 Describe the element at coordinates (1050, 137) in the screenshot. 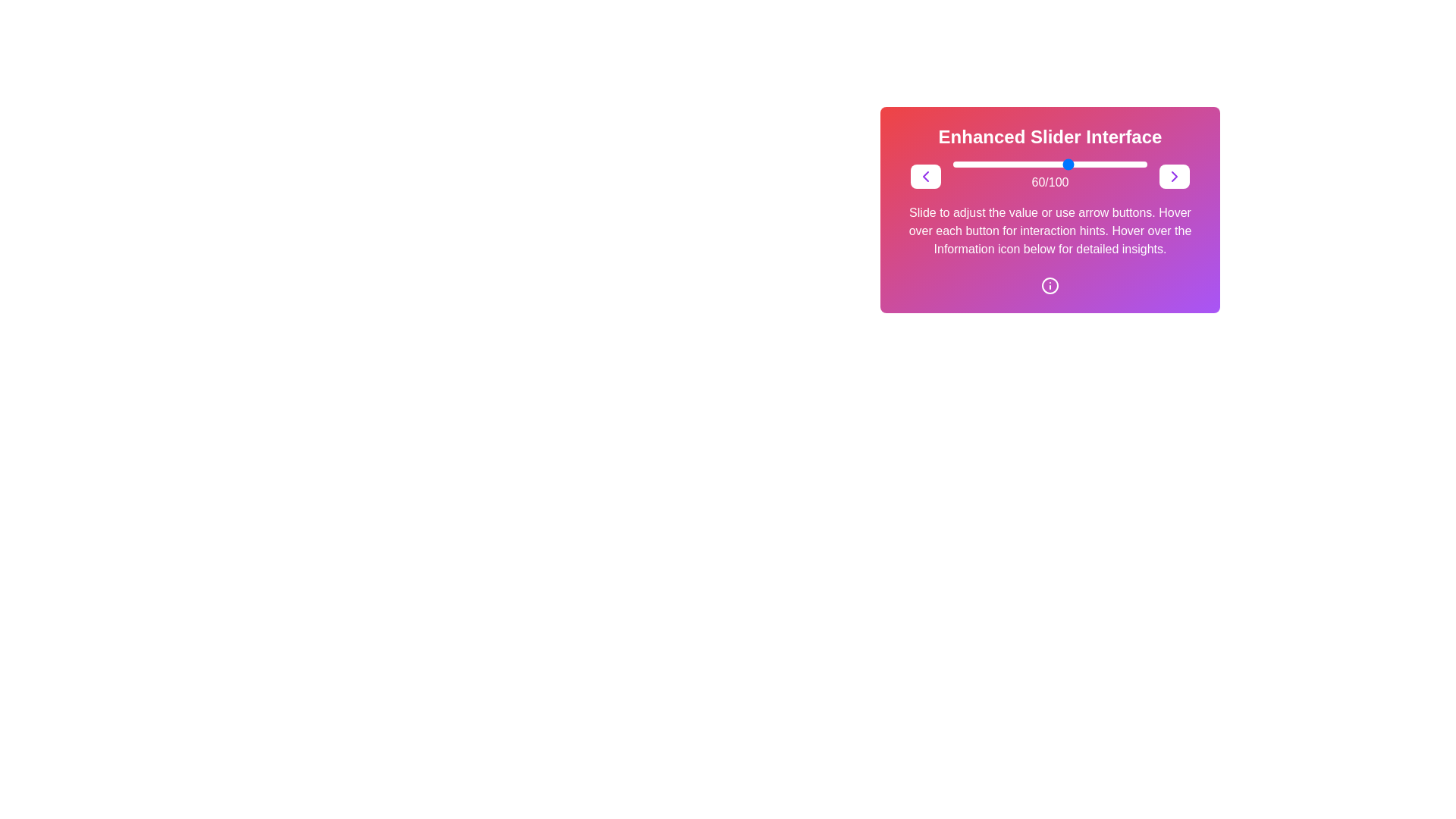

I see `header text label positioned at the top of the gradient-colored card, which indicates the main functionality of the section` at that location.